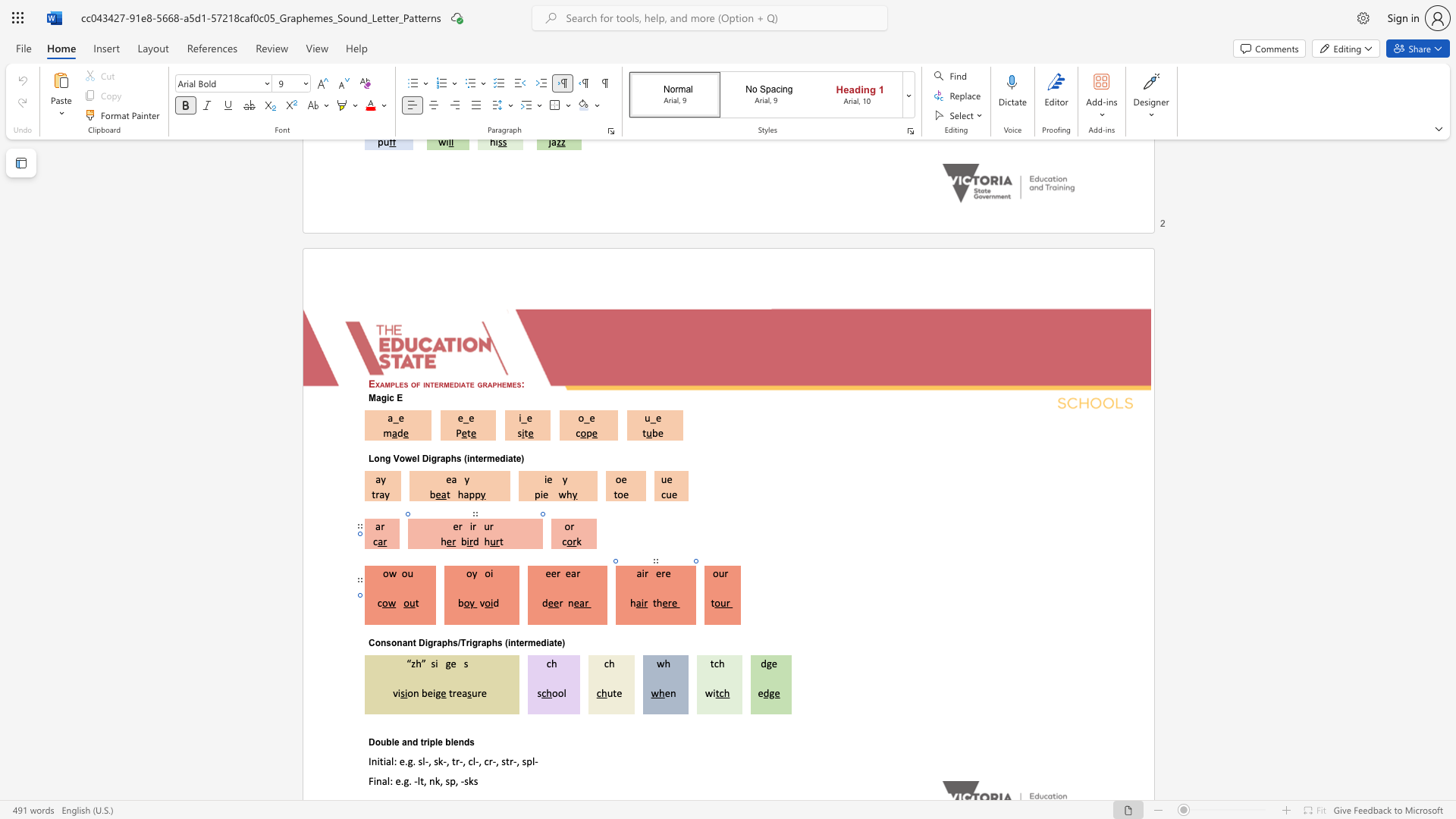 The width and height of the screenshot is (1456, 819). What do you see at coordinates (372, 761) in the screenshot?
I see `the space between the continuous character "I" and "n" in the text` at bounding box center [372, 761].